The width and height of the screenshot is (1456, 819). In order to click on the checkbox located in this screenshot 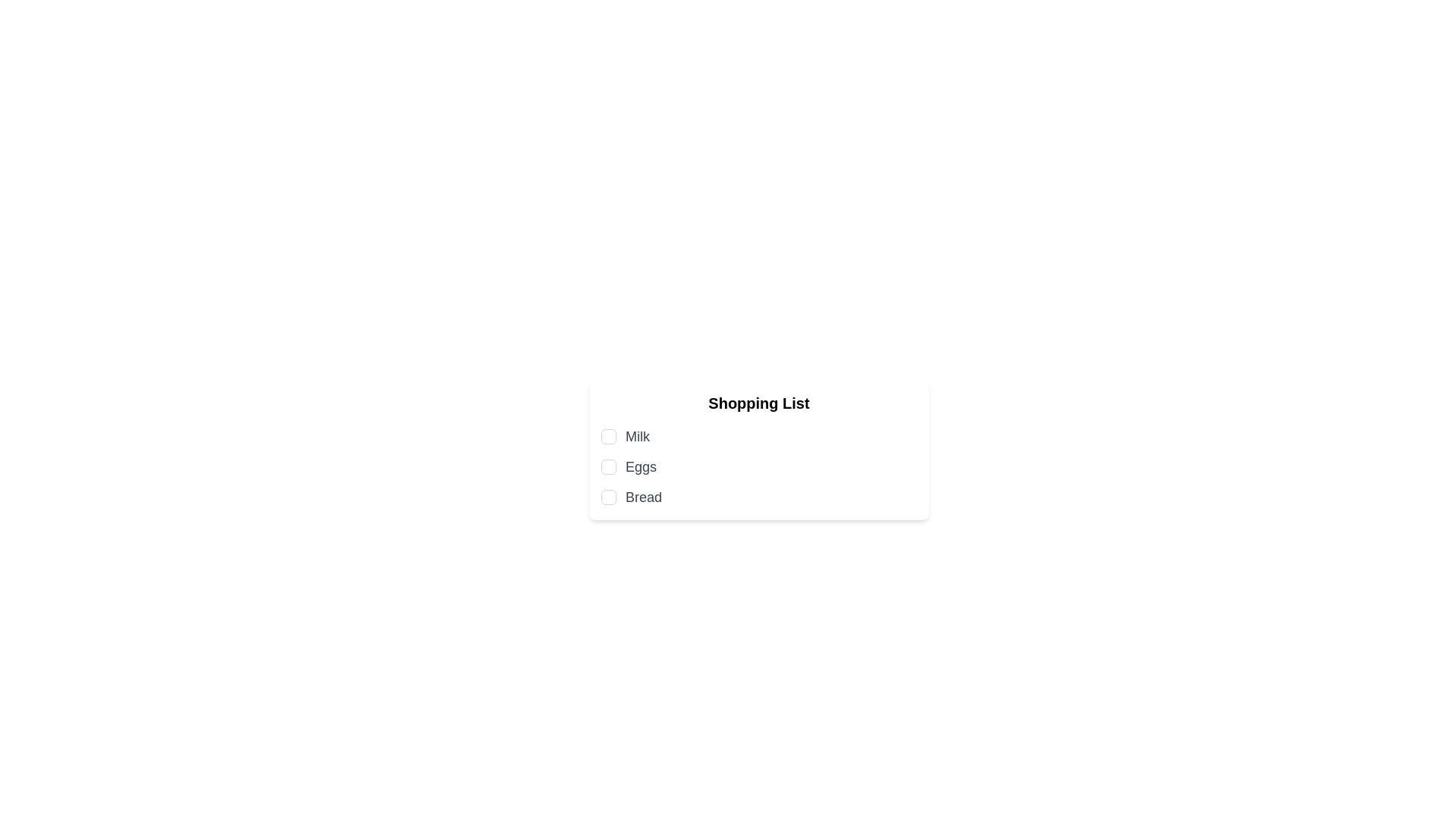, I will do `click(608, 466)`.